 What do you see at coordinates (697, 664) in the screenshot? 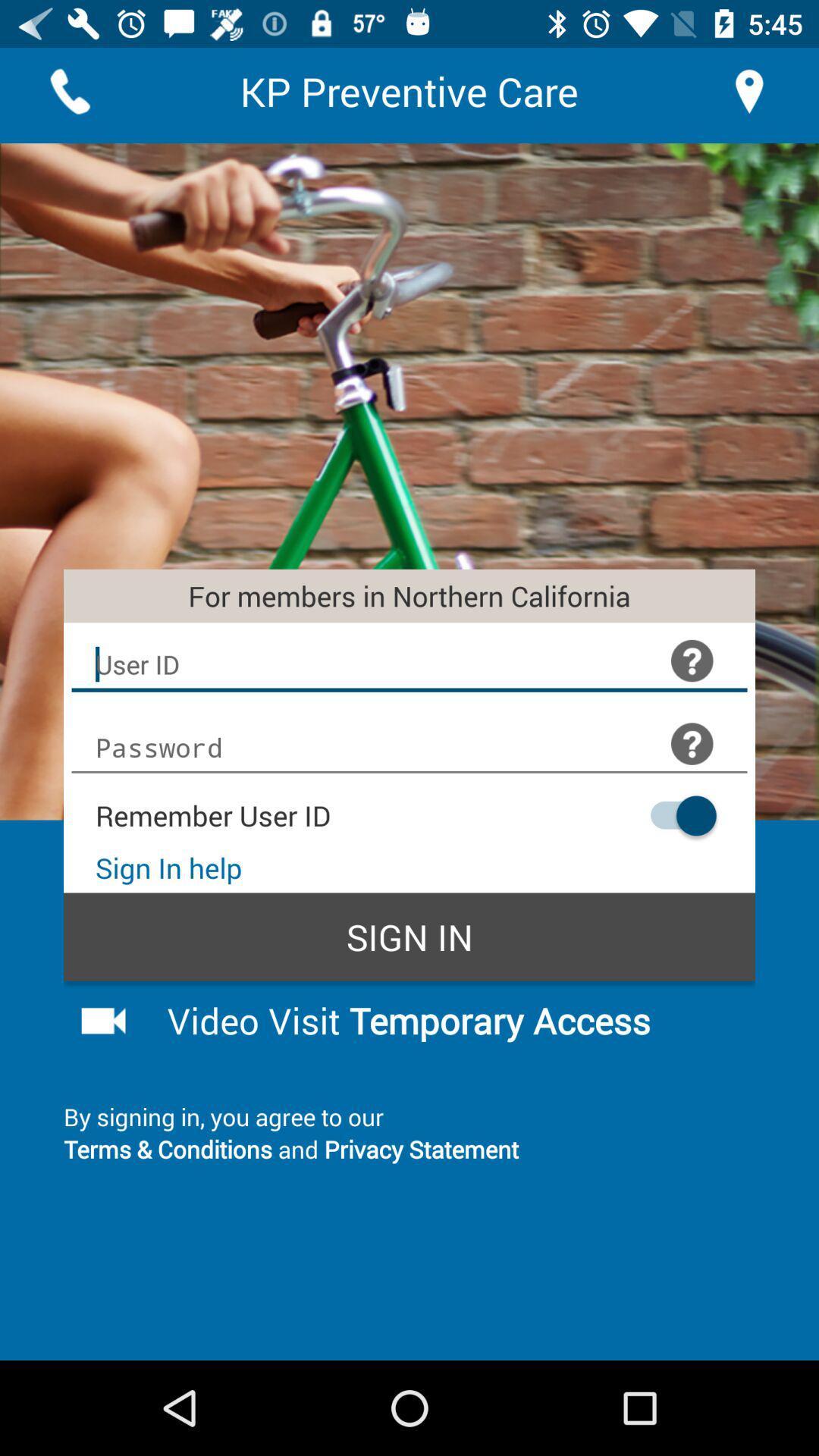
I see `the help icon` at bounding box center [697, 664].